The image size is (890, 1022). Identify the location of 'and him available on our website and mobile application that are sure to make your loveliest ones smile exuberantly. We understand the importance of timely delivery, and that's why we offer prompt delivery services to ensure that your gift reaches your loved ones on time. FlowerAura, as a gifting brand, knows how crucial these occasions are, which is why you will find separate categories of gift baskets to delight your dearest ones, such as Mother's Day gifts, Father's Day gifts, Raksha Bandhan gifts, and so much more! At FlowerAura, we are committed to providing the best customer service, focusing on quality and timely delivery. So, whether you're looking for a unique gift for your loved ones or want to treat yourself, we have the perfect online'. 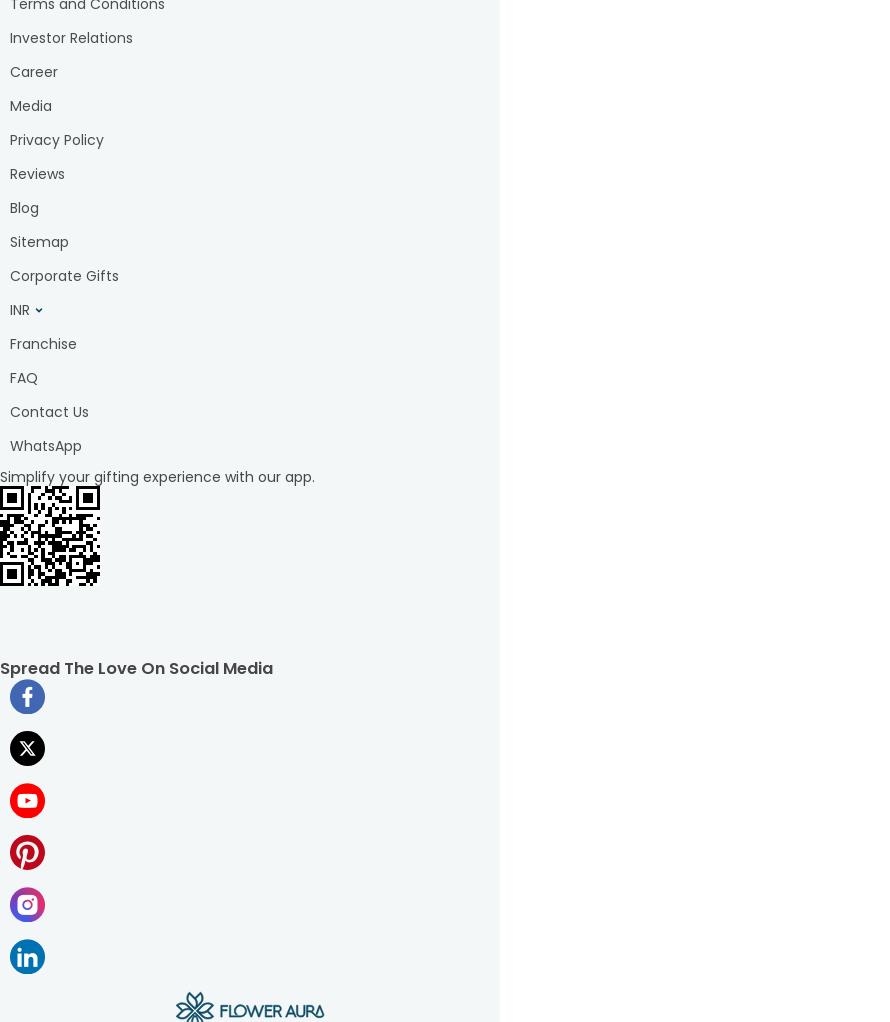
(249, 764).